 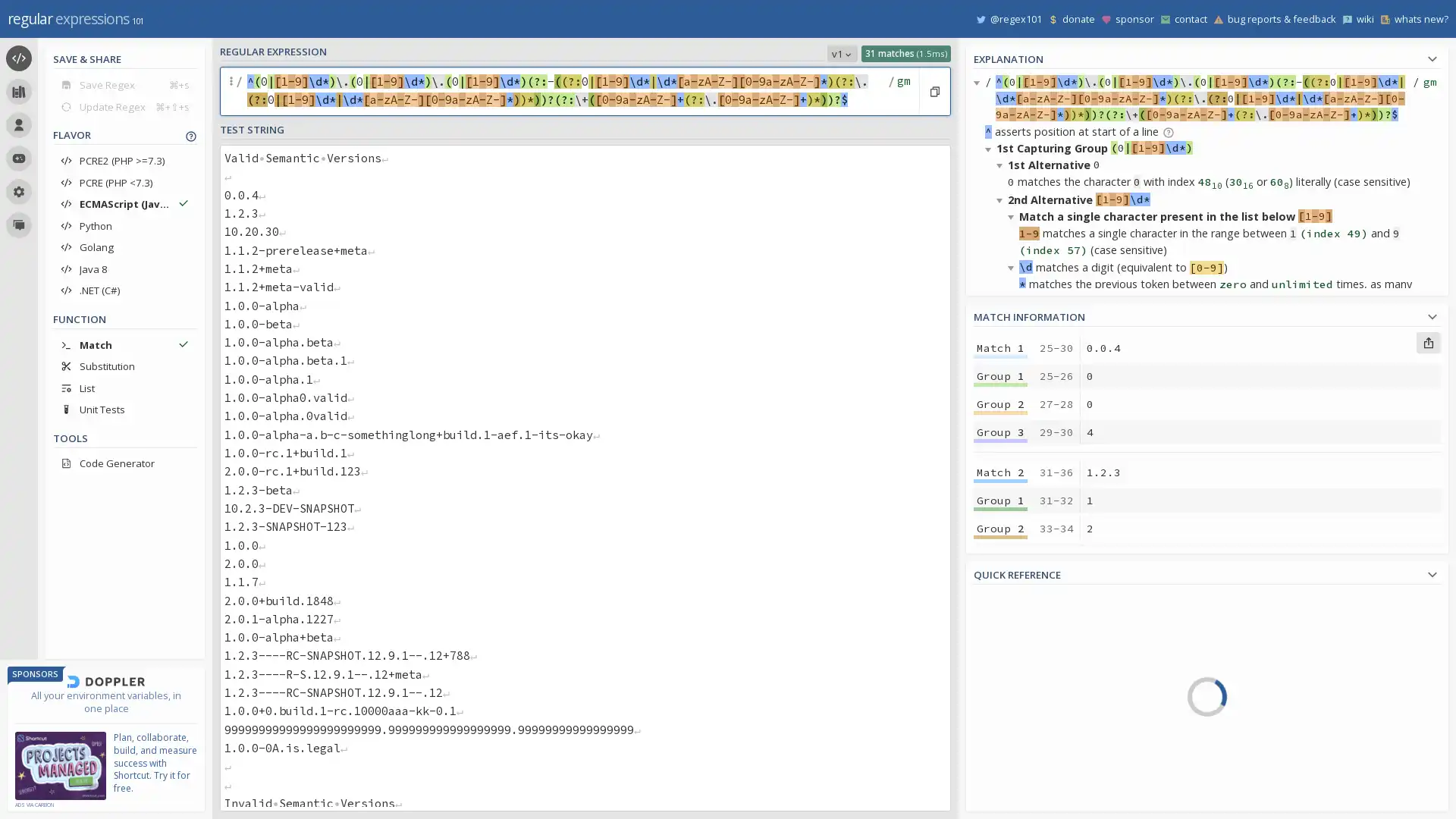 What do you see at coordinates (1000, 528) in the screenshot?
I see `Group 2` at bounding box center [1000, 528].